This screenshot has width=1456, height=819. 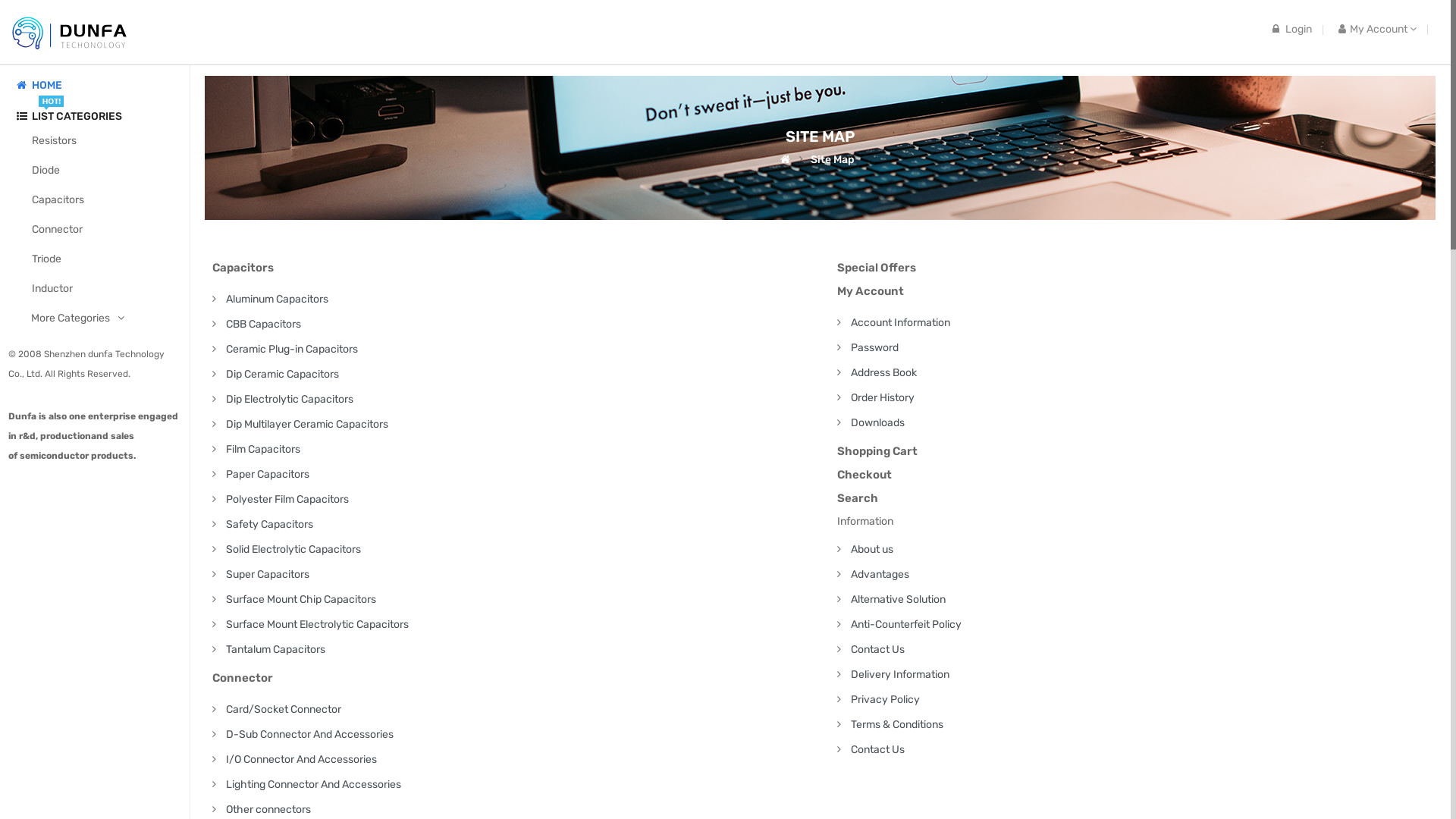 What do you see at coordinates (851, 549) in the screenshot?
I see `'About us'` at bounding box center [851, 549].